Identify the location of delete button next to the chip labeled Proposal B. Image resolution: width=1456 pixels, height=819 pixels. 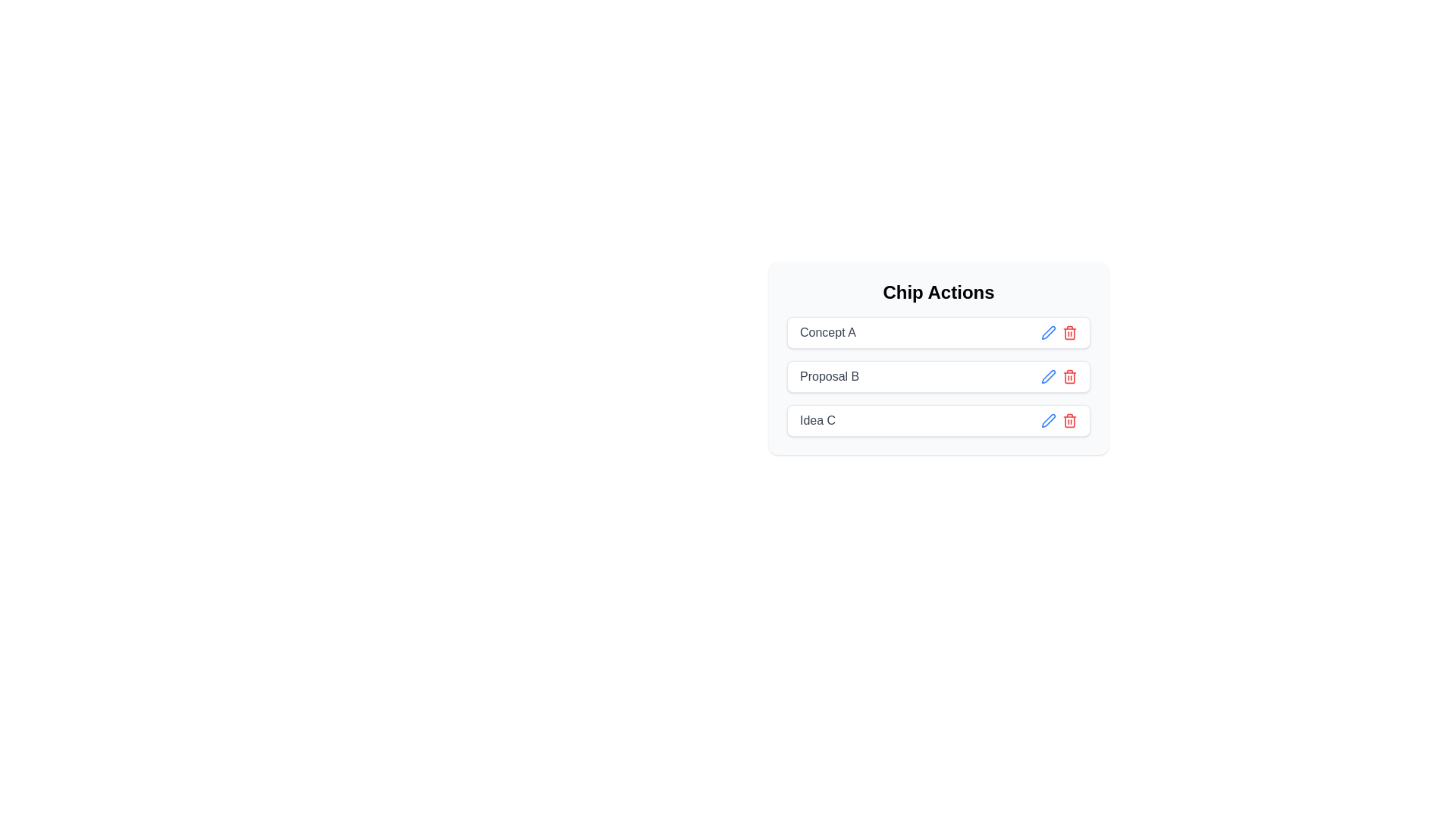
(1069, 376).